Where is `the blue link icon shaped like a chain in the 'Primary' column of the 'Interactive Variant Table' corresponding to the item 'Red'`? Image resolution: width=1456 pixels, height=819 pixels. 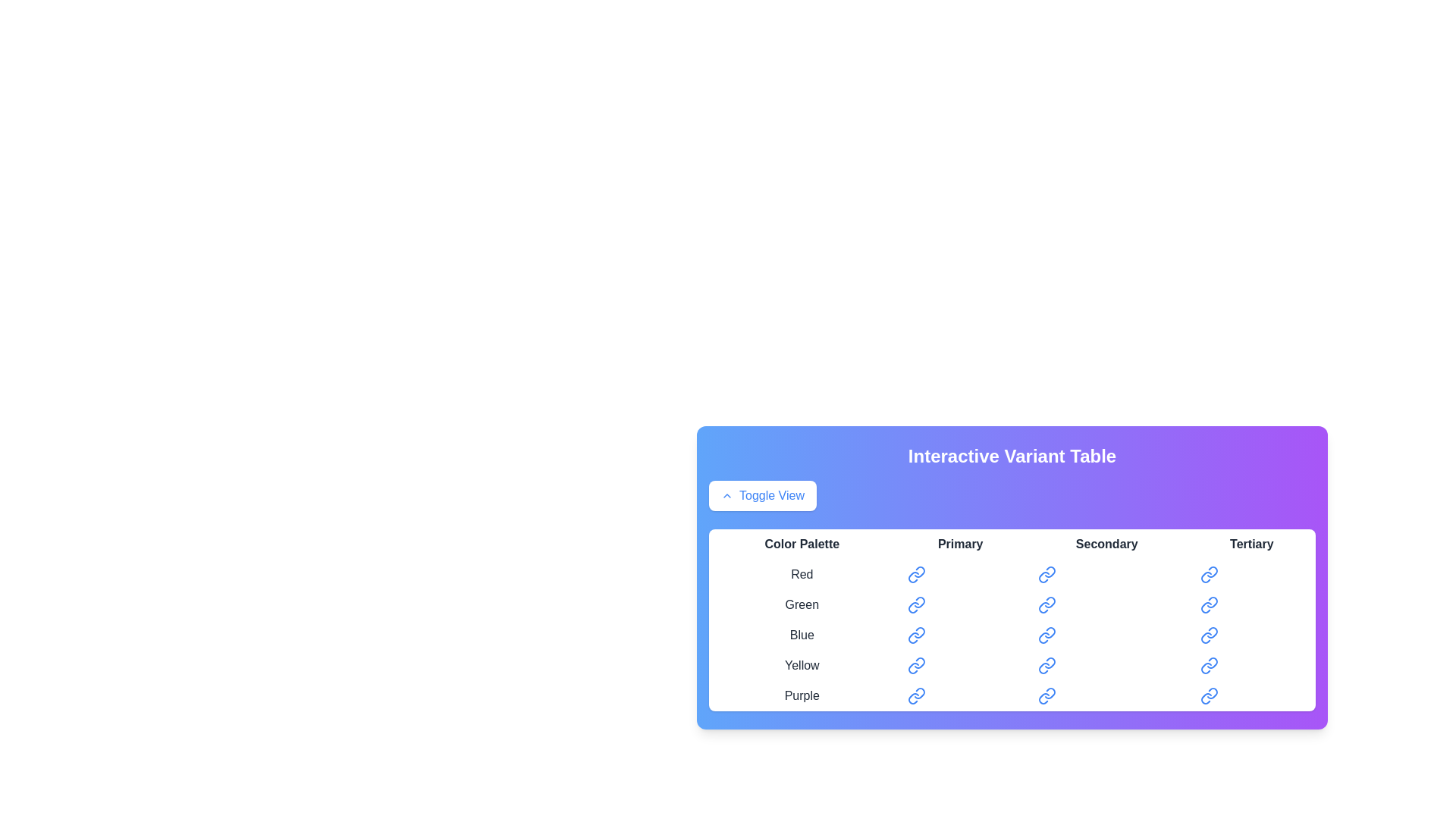
the blue link icon shaped like a chain in the 'Primary' column of the 'Interactive Variant Table' corresponding to the item 'Red' is located at coordinates (915, 575).